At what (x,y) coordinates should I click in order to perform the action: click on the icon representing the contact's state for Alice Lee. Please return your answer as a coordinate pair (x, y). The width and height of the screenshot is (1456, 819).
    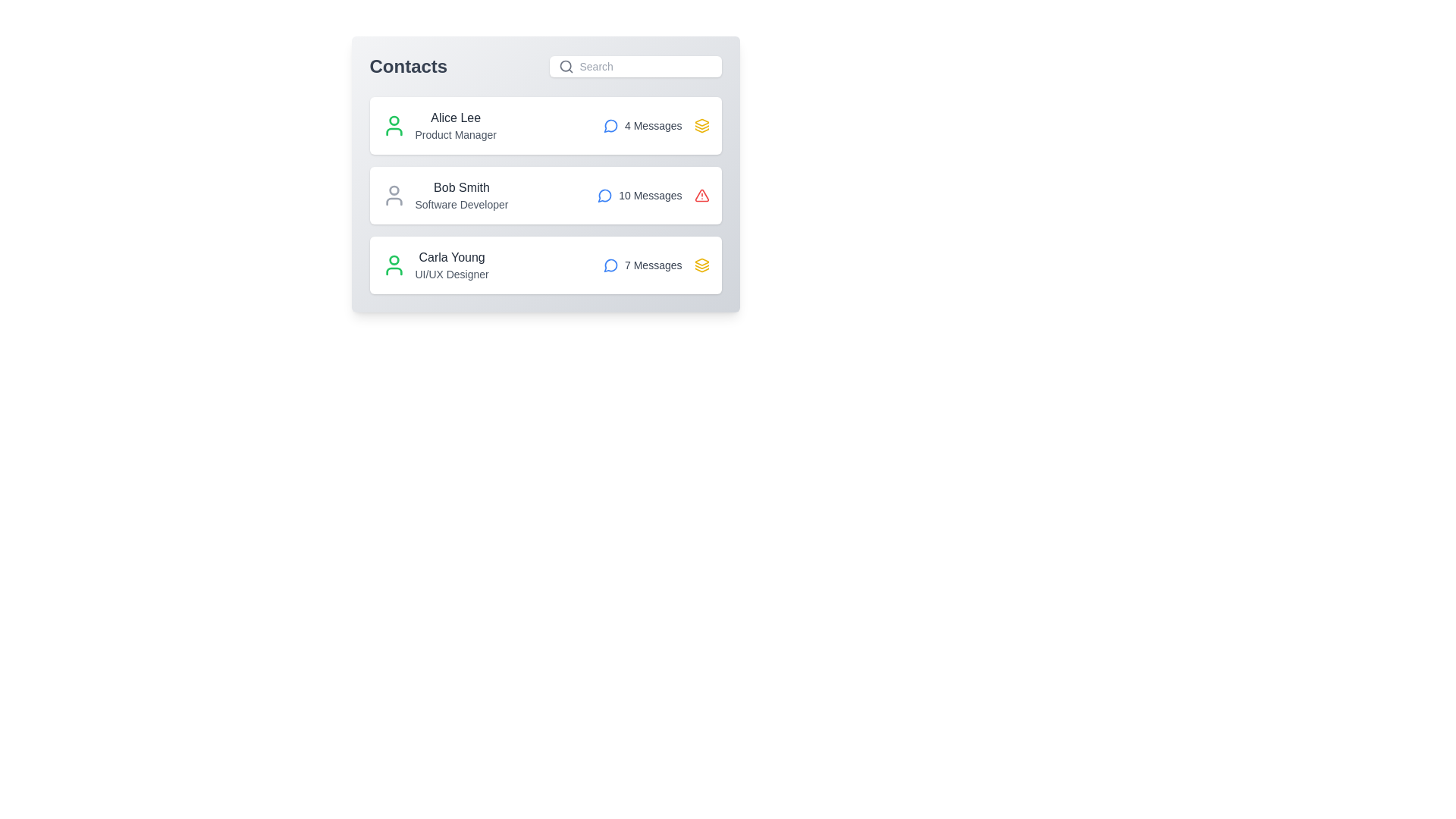
    Looking at the image, I should click on (701, 124).